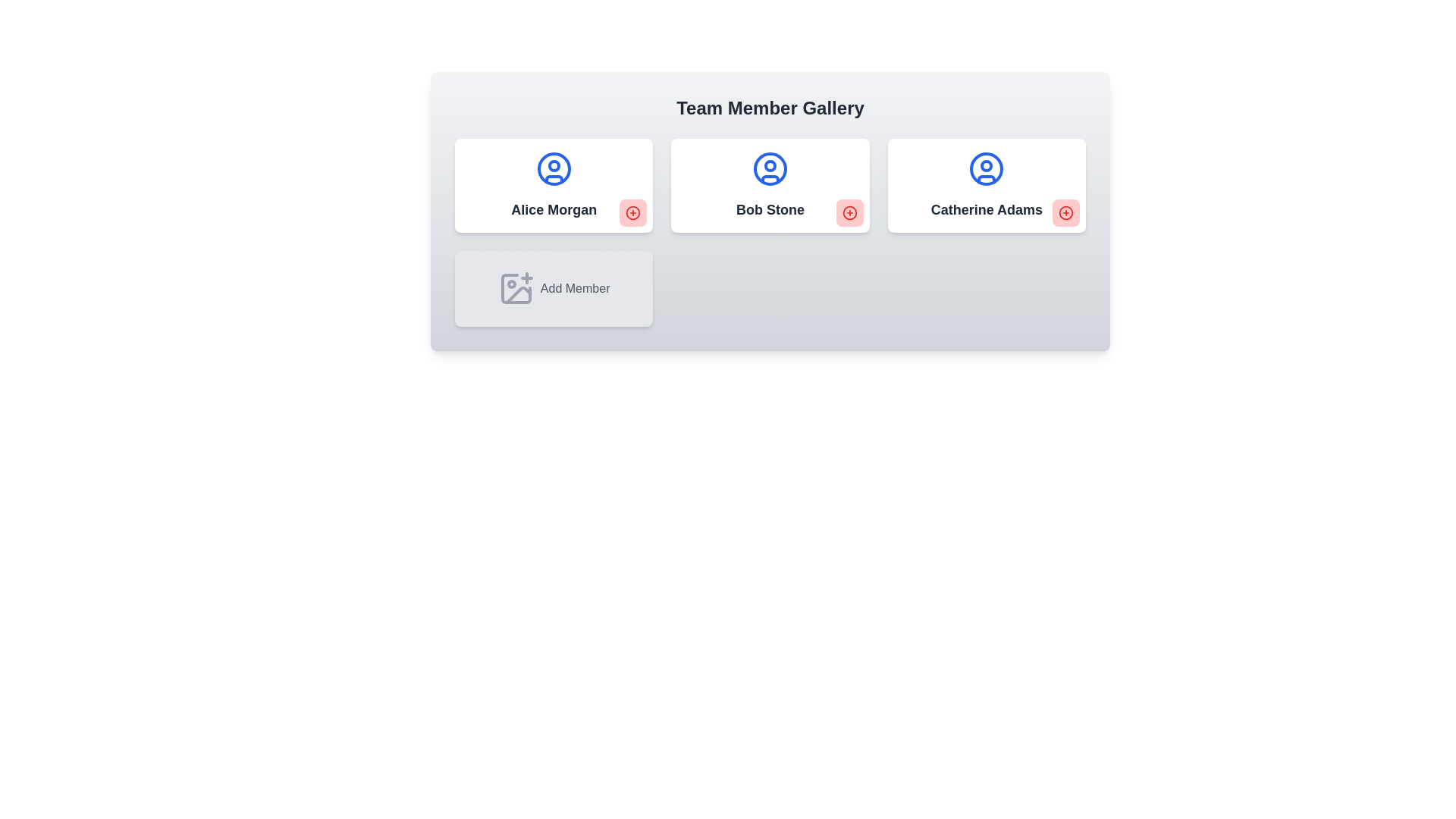  I want to click on the small circular button with a red background and a plus sign icon located in the bottom-right corner of the card containing the member details for 'Alice Morgan', so click(633, 213).